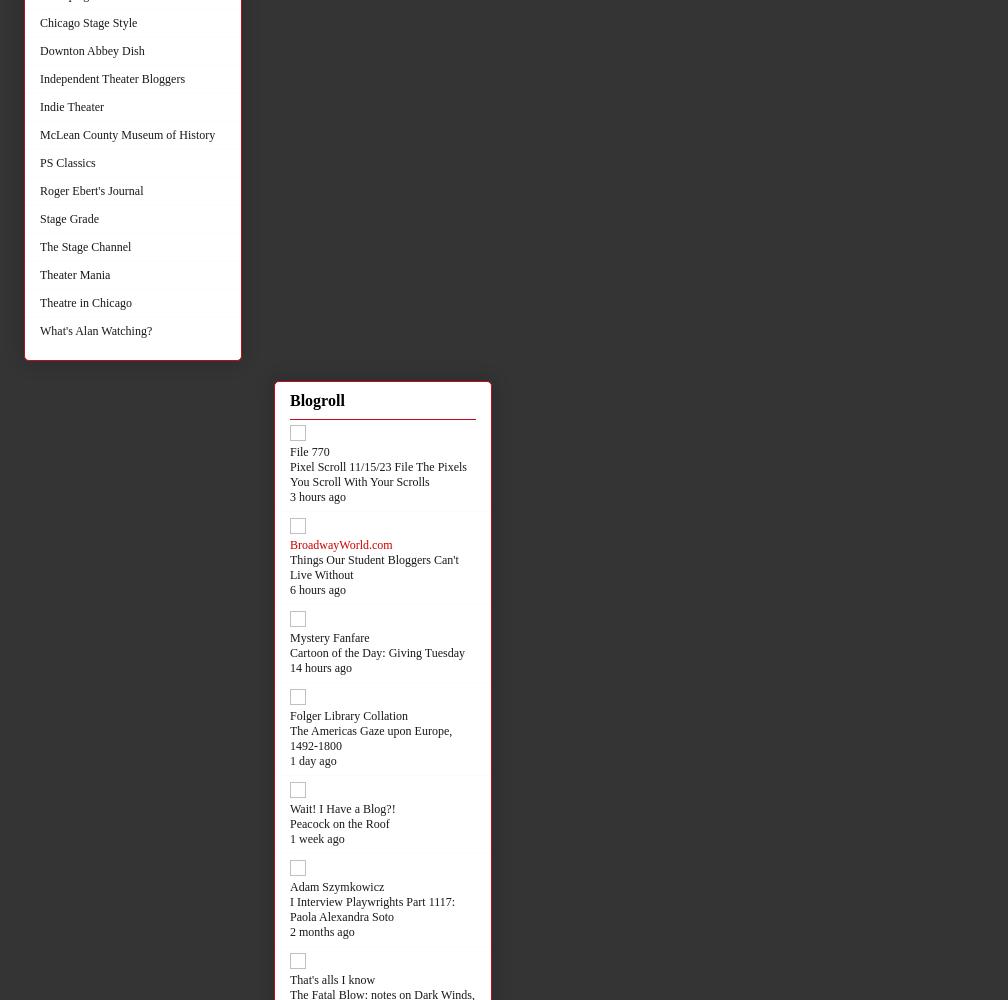  Describe the element at coordinates (321, 931) in the screenshot. I see `'2 months ago'` at that location.